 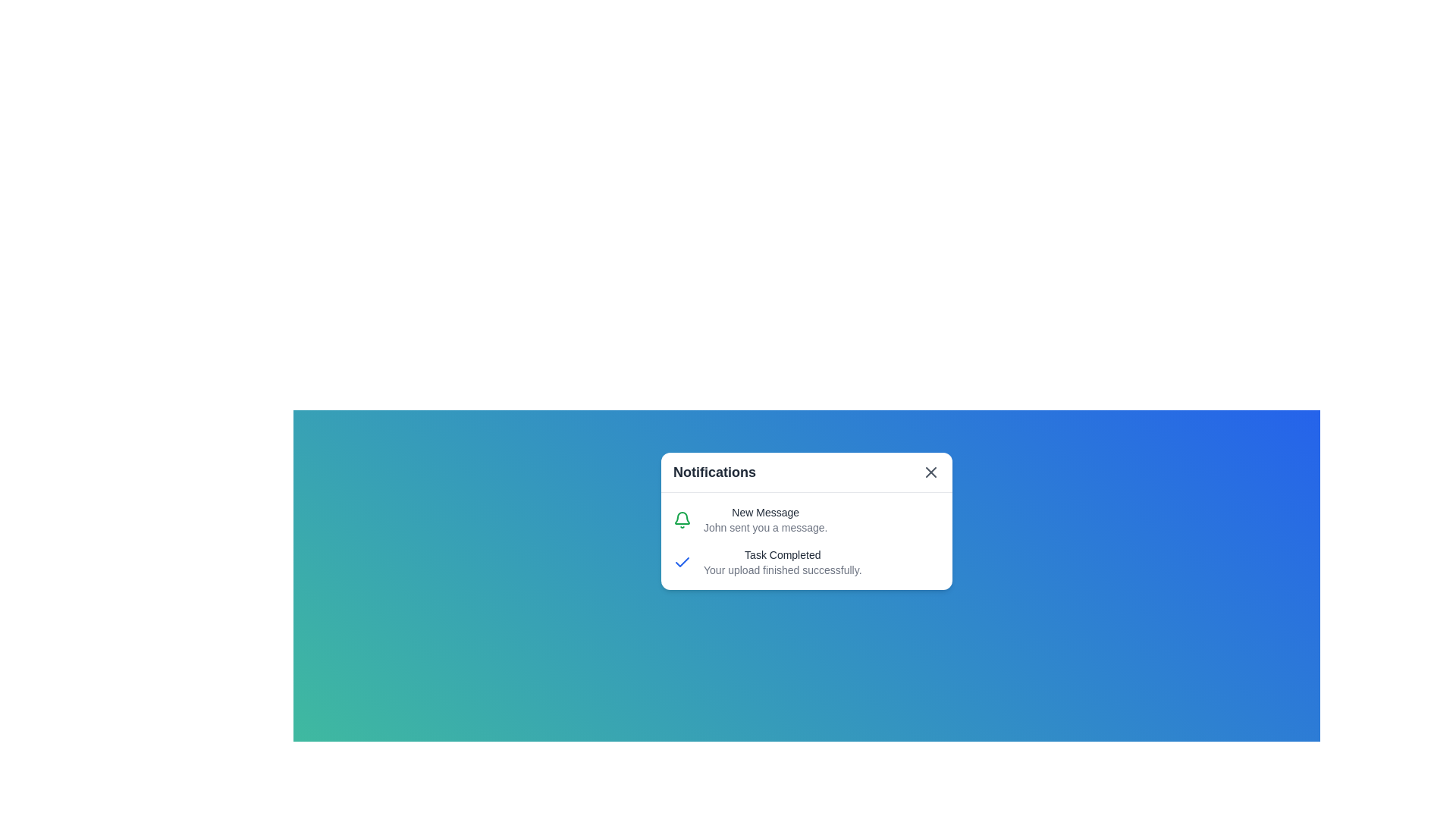 I want to click on the static text indicating successful completion of an upload task, located directly below 'Task Completed' in the notification card, so click(x=783, y=570).